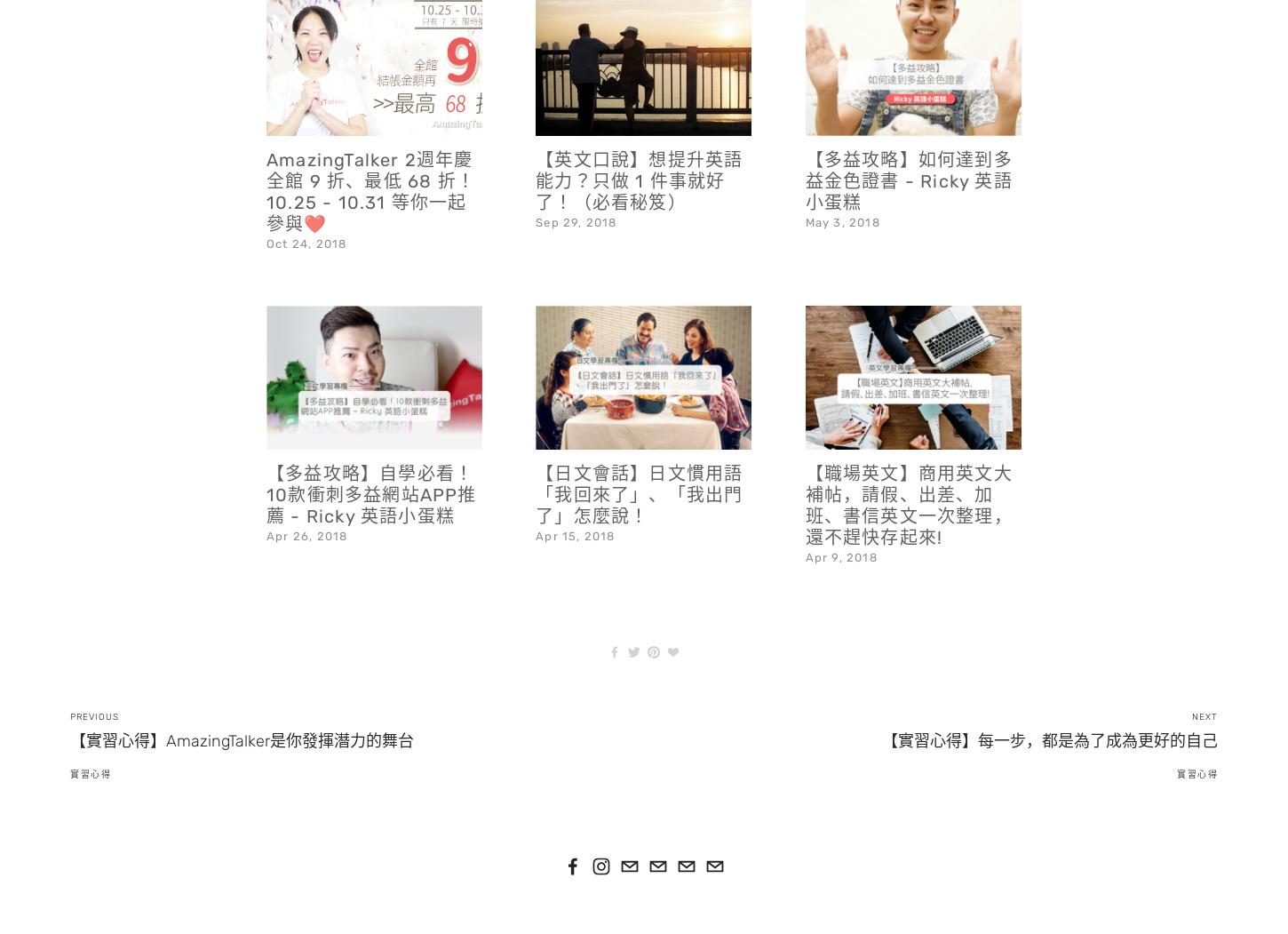 This screenshot has height=934, width=1288. Describe the element at coordinates (803, 176) in the screenshot. I see `'May 3, 2018'` at that location.